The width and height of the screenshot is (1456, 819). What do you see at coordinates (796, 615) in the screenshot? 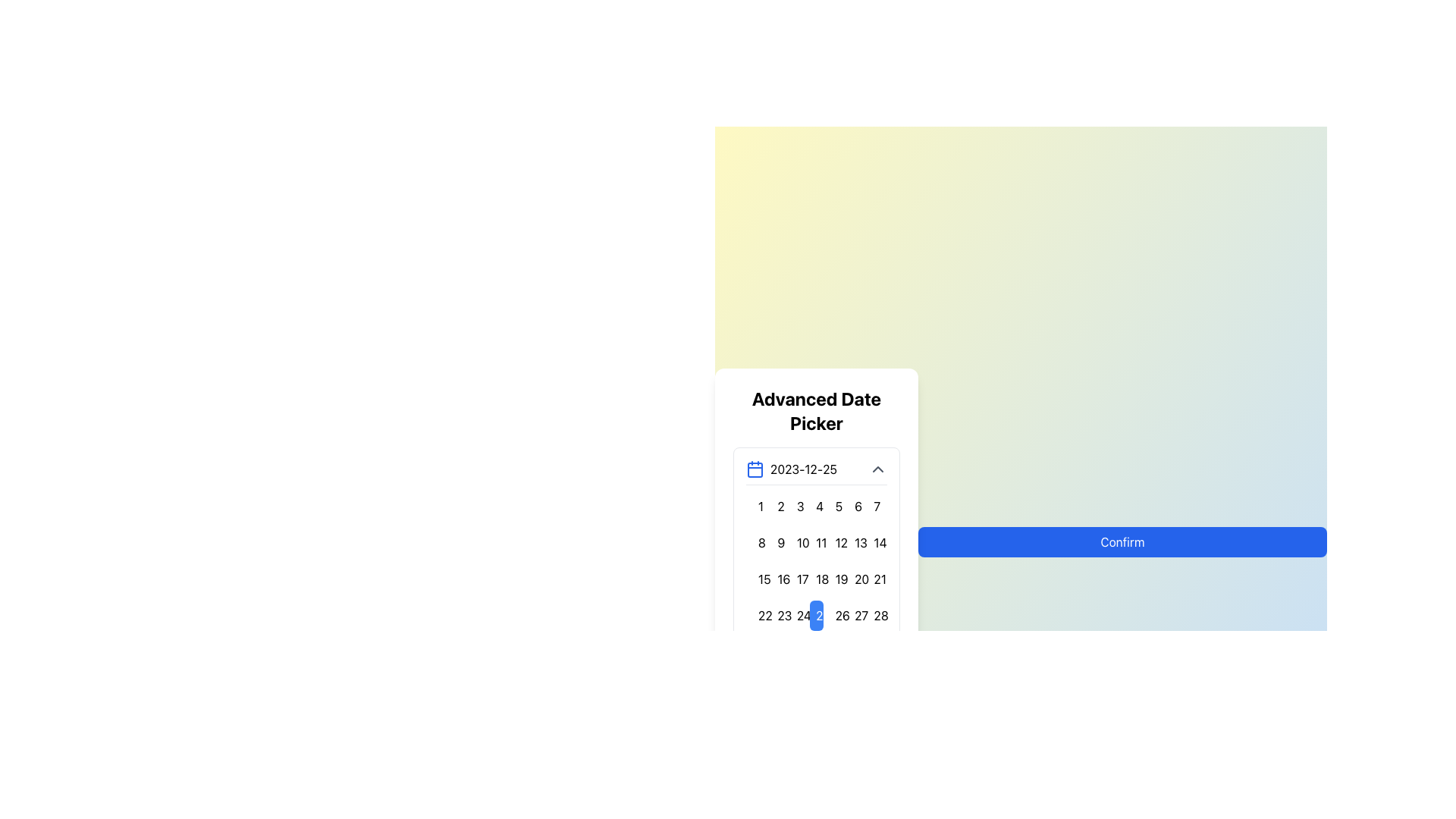
I see `the rounded rectangular button with a white background displaying the number '24' in black text, located in the fourth row and third column of the date picker interface` at bounding box center [796, 615].